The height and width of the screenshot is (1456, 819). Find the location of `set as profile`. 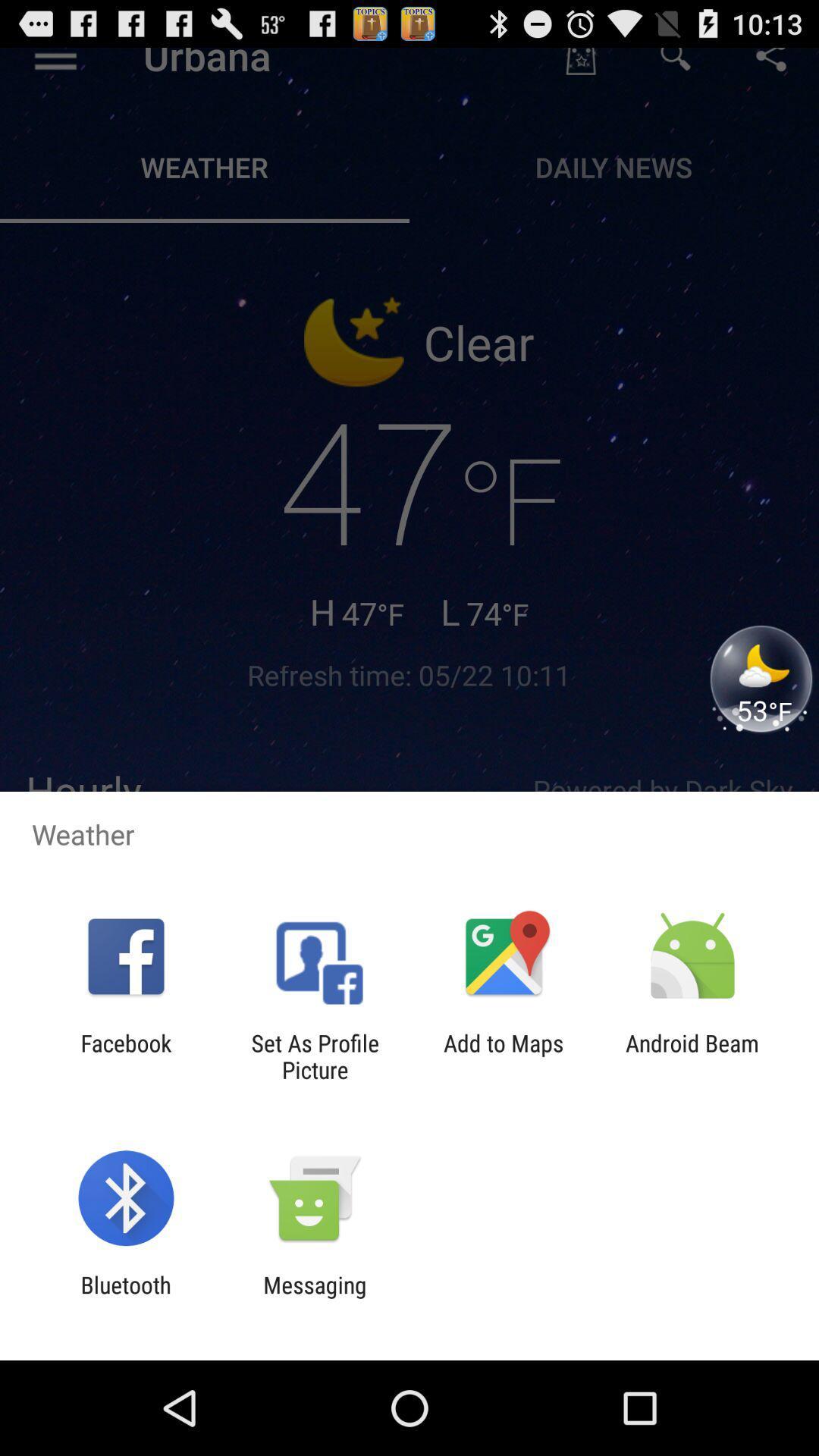

set as profile is located at coordinates (314, 1056).